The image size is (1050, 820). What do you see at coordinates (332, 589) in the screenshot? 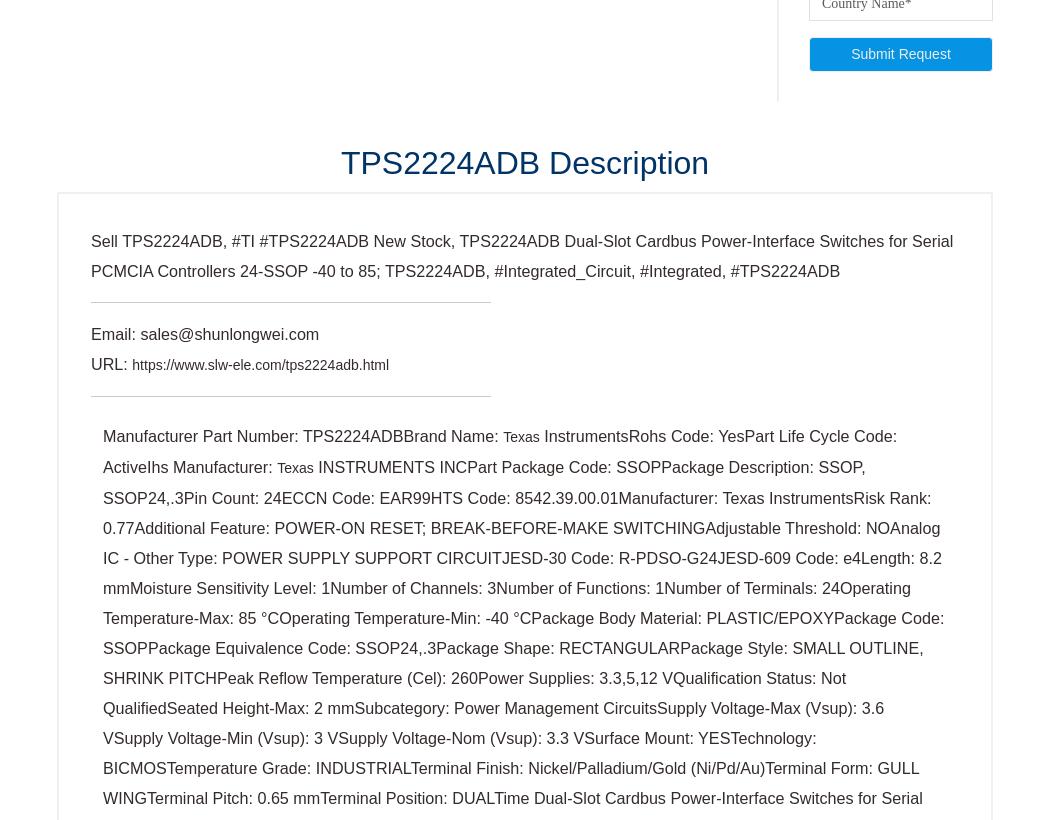
I see `'Infineon'` at bounding box center [332, 589].